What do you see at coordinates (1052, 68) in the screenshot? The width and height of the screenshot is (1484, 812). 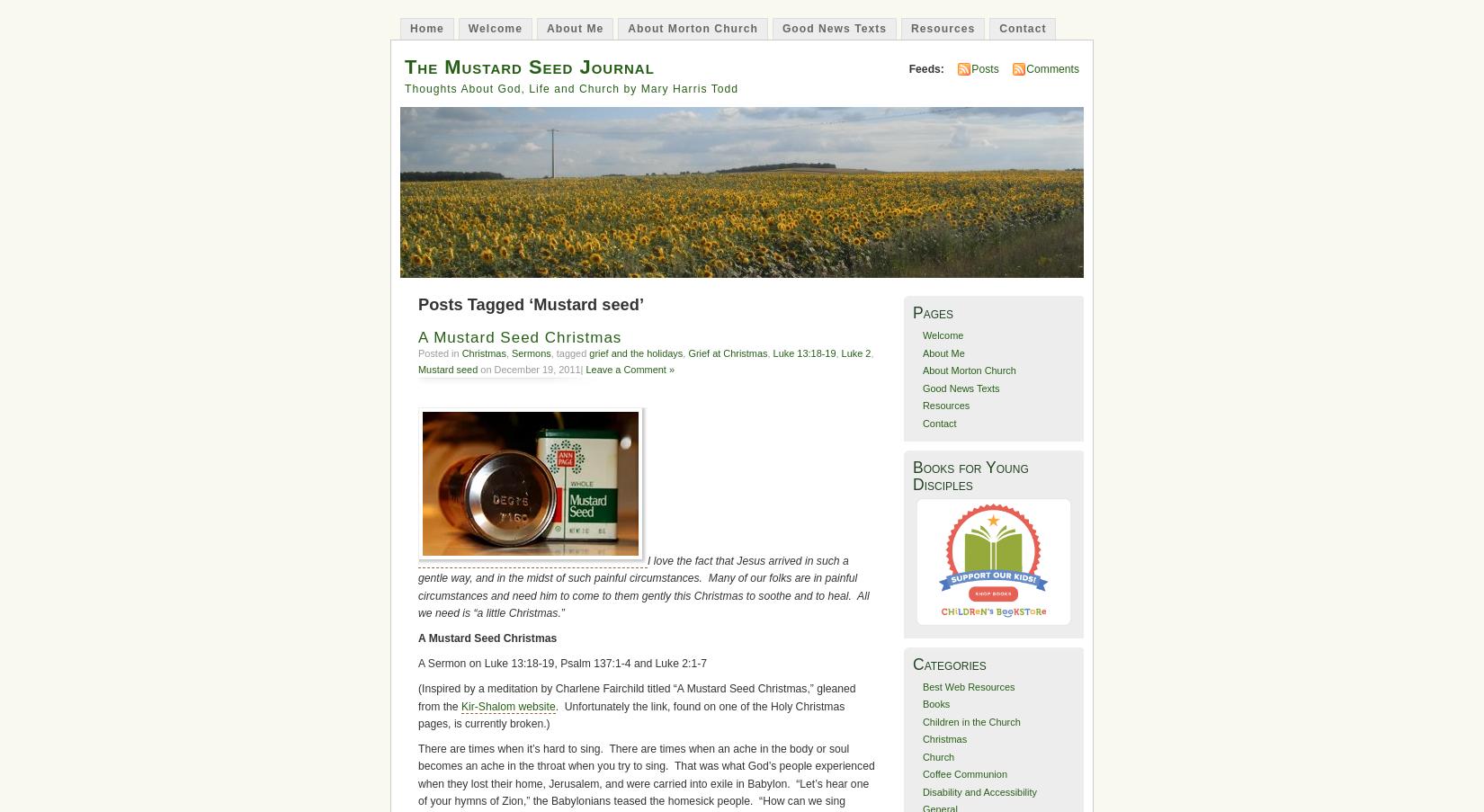 I see `'Comments'` at bounding box center [1052, 68].